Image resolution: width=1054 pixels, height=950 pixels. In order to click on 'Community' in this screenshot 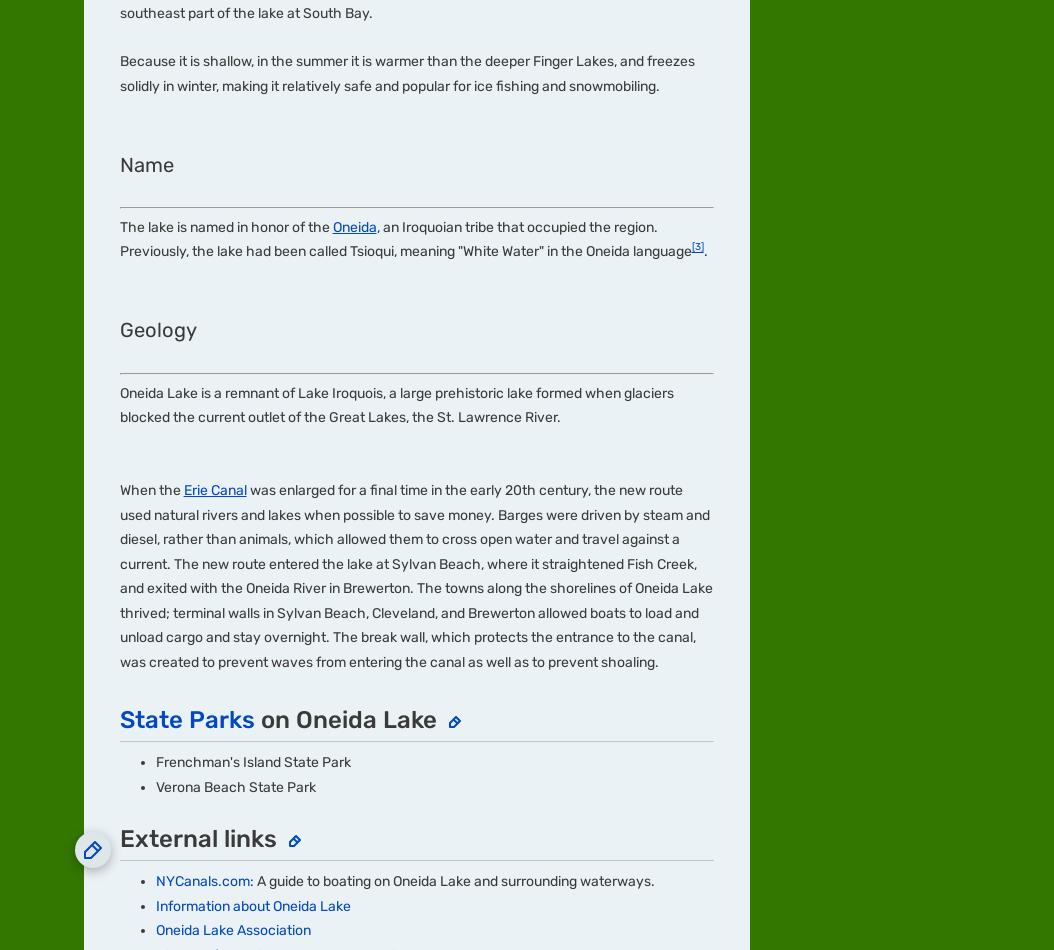, I will do `click(121, 488)`.